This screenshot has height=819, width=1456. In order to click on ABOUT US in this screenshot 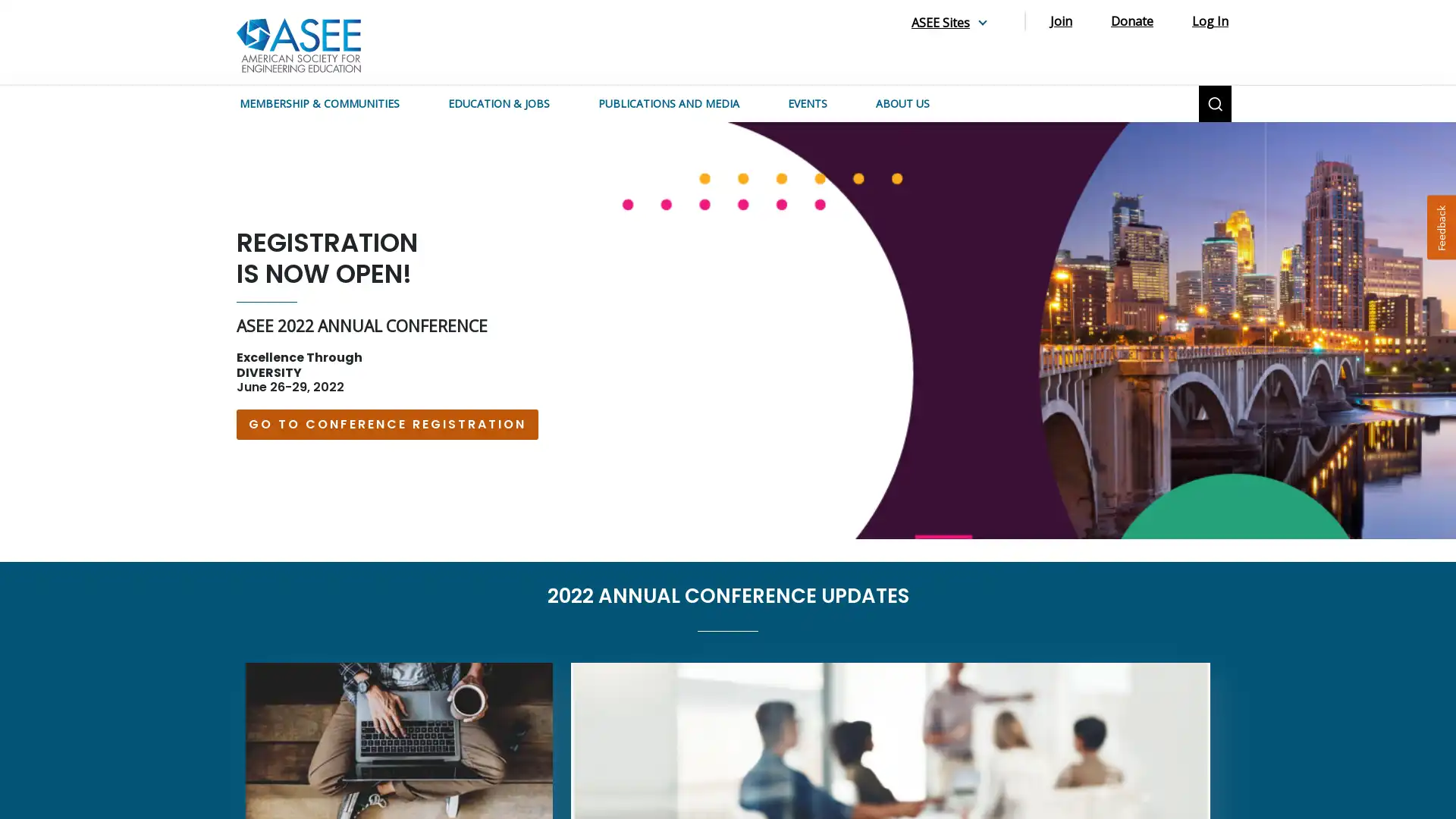, I will do `click(914, 103)`.